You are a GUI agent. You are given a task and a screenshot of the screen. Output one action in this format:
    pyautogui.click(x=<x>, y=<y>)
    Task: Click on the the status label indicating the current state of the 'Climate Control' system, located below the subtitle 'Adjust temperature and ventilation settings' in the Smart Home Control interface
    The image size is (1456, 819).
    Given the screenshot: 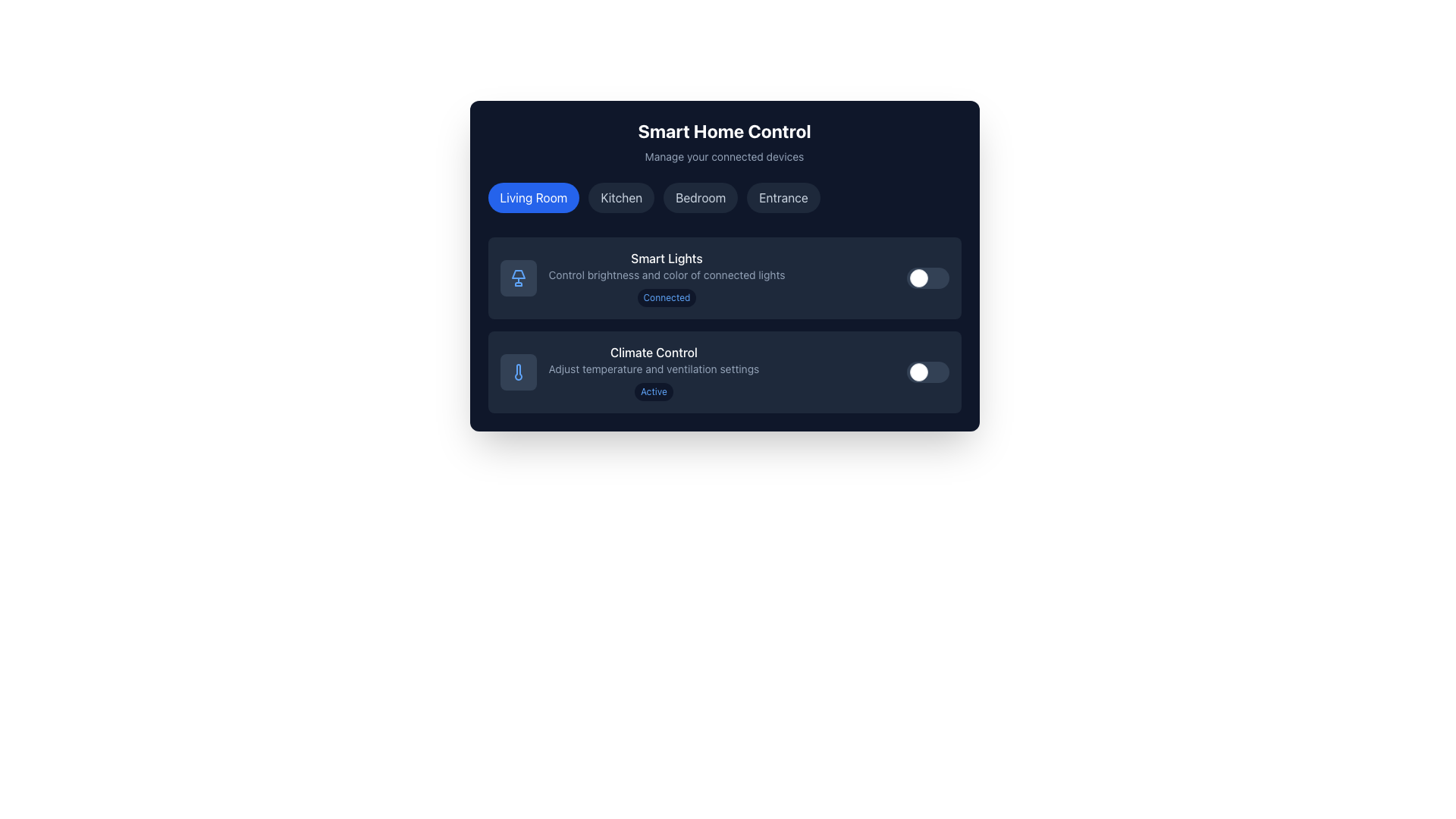 What is the action you would take?
    pyautogui.click(x=654, y=391)
    